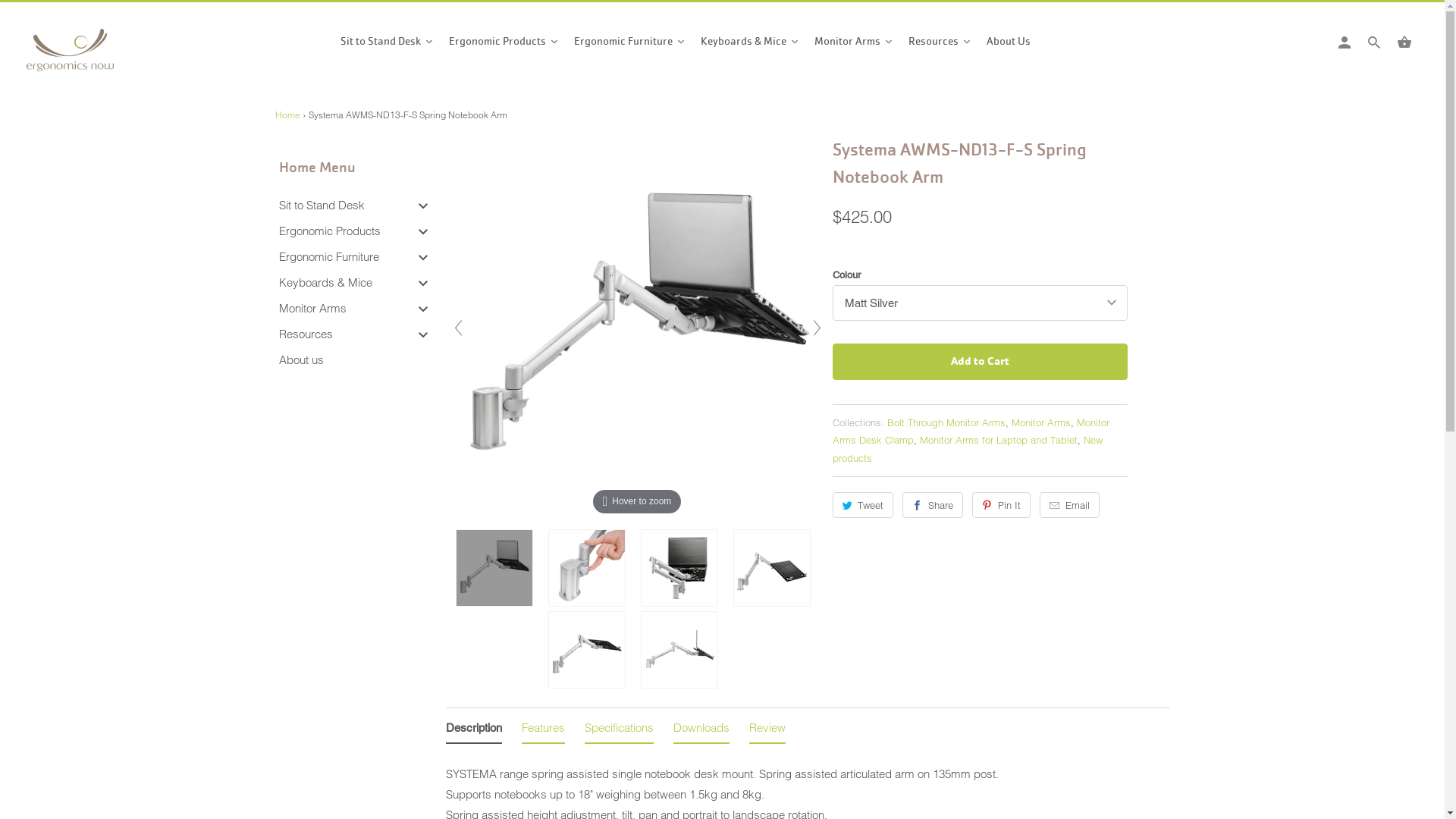 This screenshot has height=819, width=1456. I want to click on 'Ergonomic Products', so click(279, 231).